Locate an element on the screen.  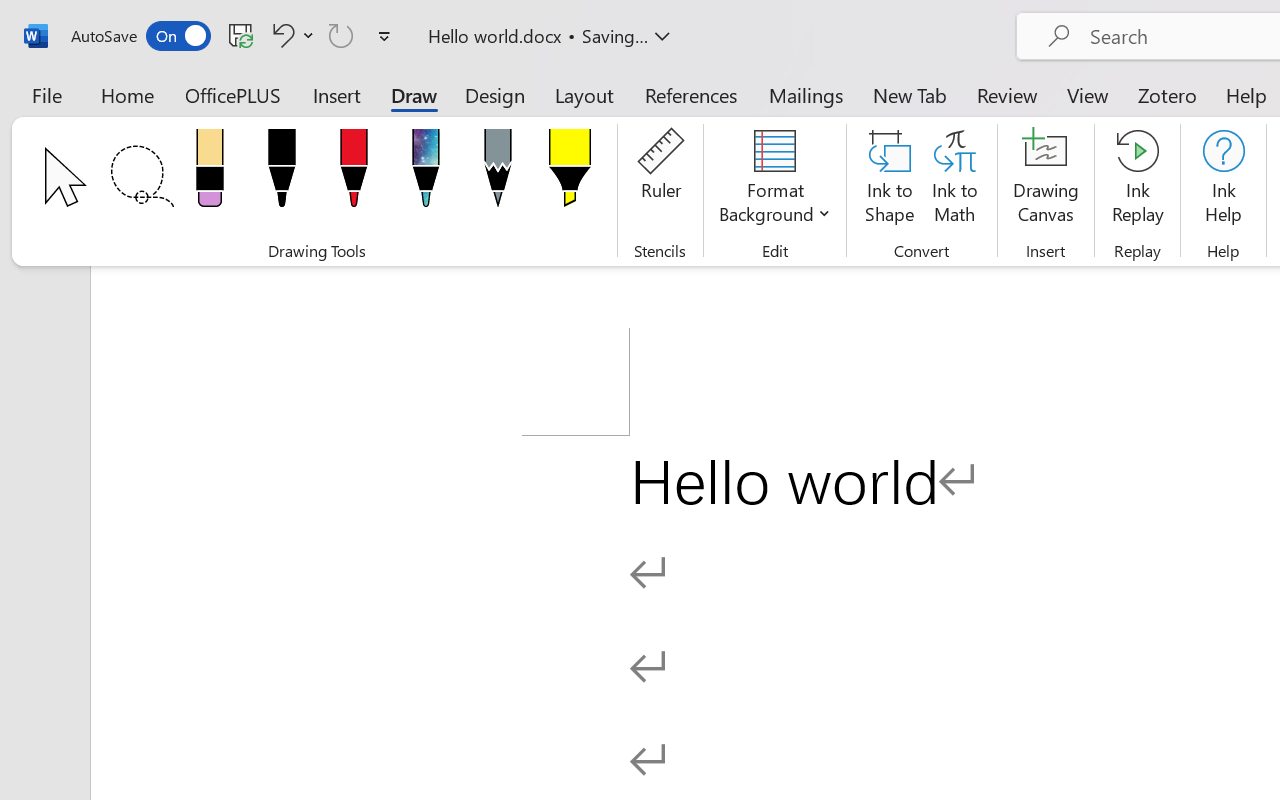
'Design' is located at coordinates (495, 94).